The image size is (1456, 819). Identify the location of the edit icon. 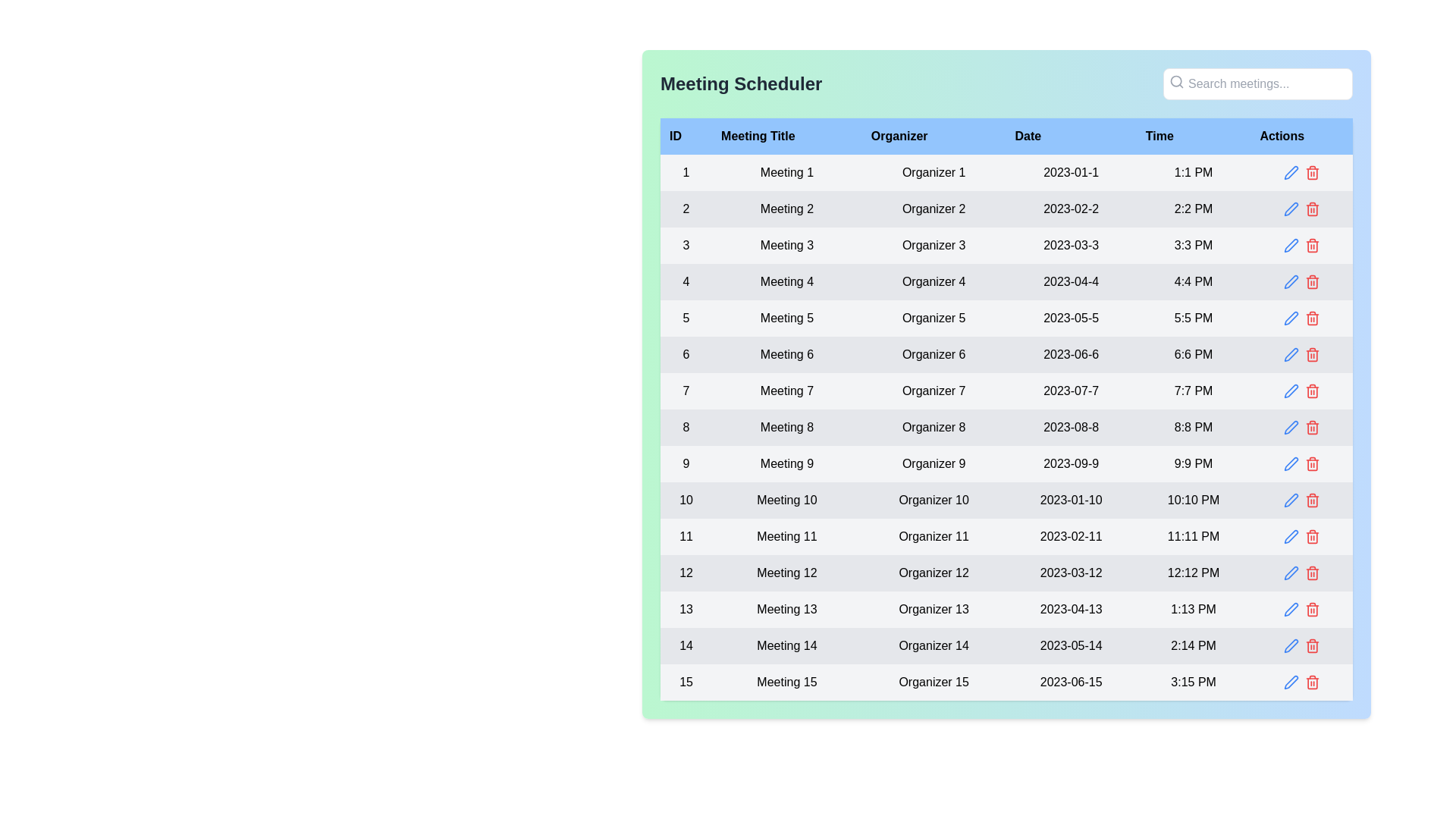
(1290, 573).